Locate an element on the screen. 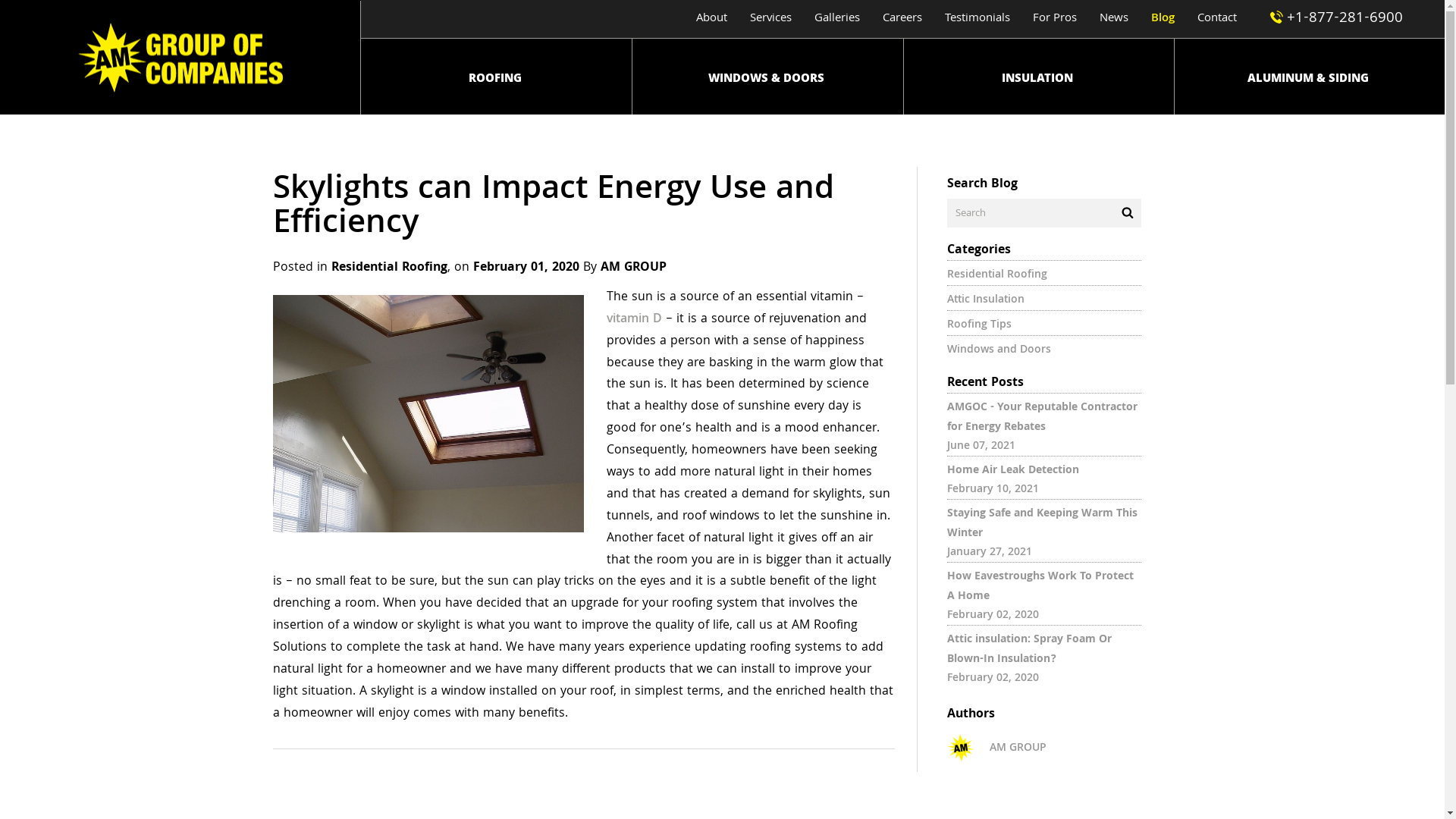  'News' is located at coordinates (1113, 18).